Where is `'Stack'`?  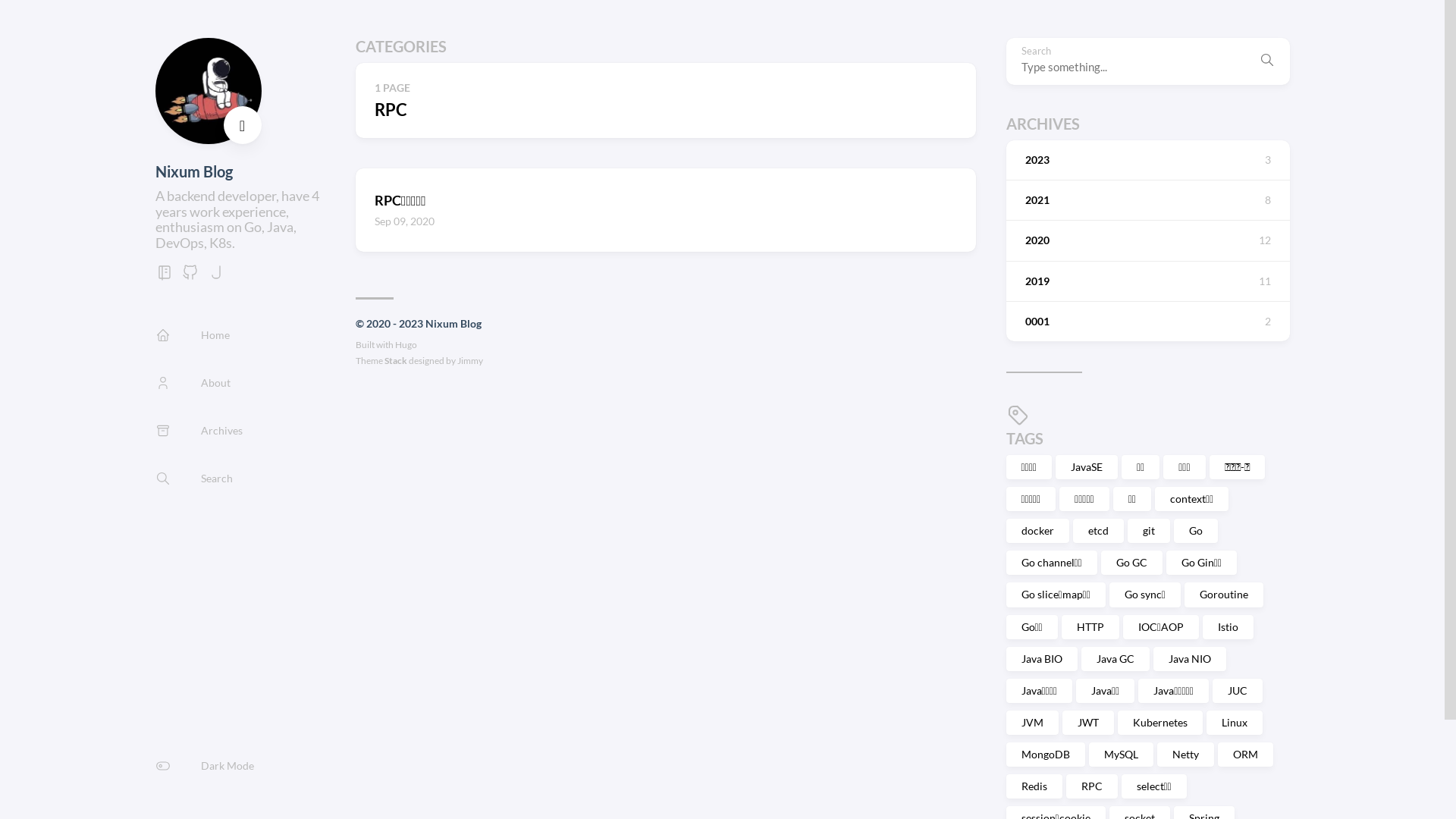
'Stack' is located at coordinates (396, 360).